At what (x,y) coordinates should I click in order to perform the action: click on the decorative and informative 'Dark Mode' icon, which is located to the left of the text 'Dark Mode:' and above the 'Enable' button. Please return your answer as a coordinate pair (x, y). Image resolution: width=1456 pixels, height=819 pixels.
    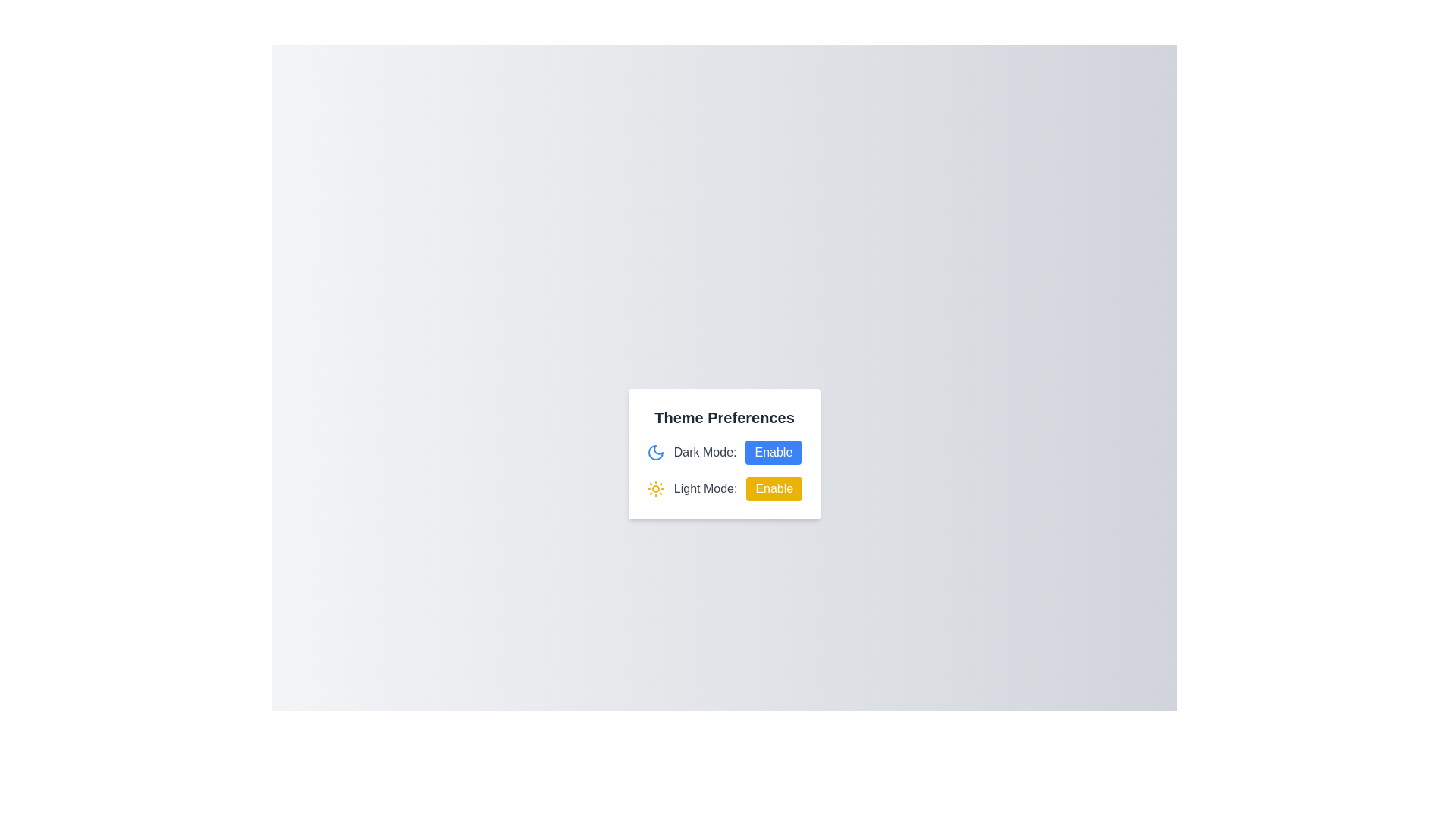
    Looking at the image, I should click on (655, 452).